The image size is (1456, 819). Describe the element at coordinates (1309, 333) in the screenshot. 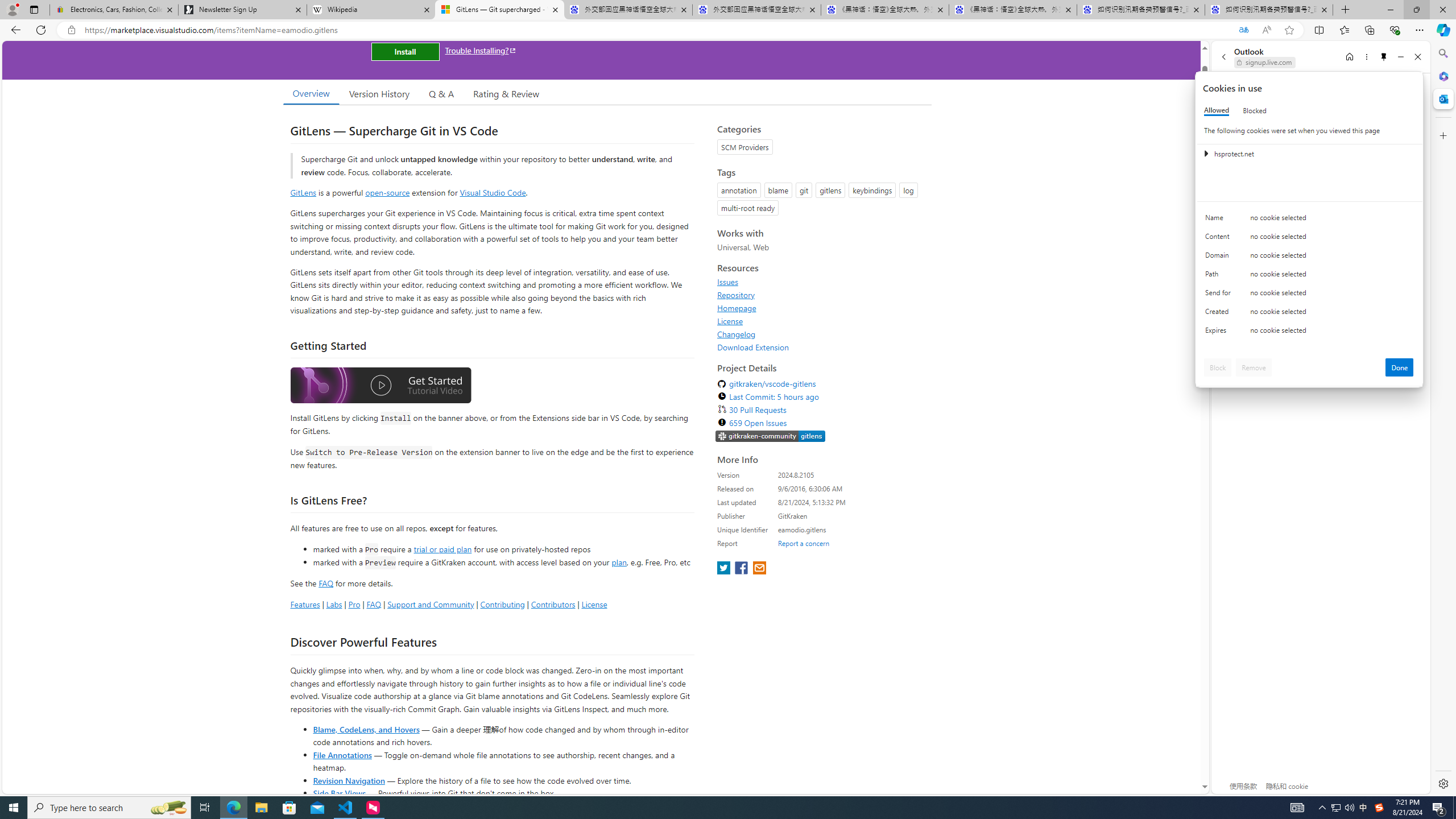

I see `'Class: c0153 c0157'` at that location.